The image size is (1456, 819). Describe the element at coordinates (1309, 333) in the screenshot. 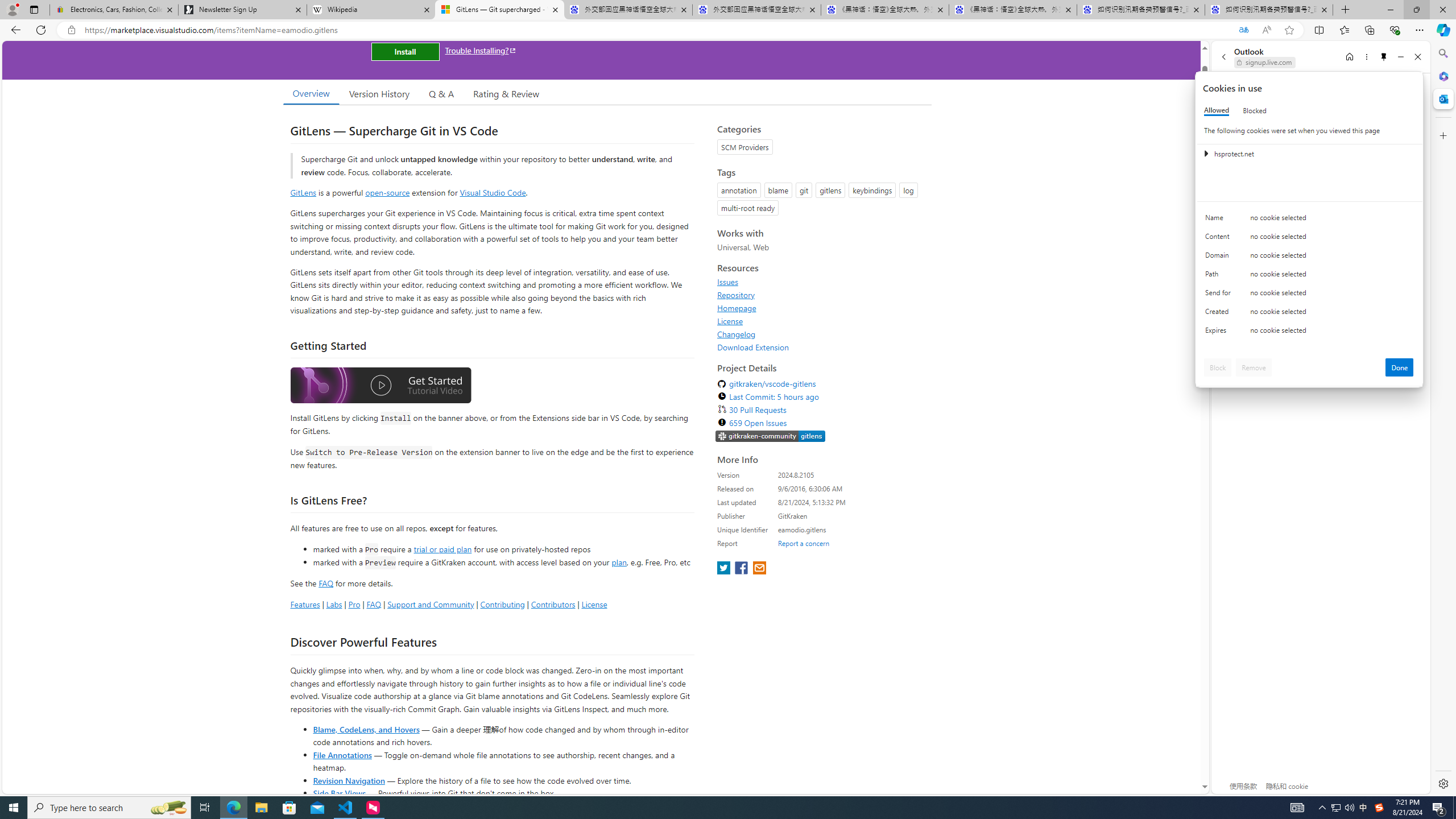

I see `'Class: c0153 c0157'` at that location.